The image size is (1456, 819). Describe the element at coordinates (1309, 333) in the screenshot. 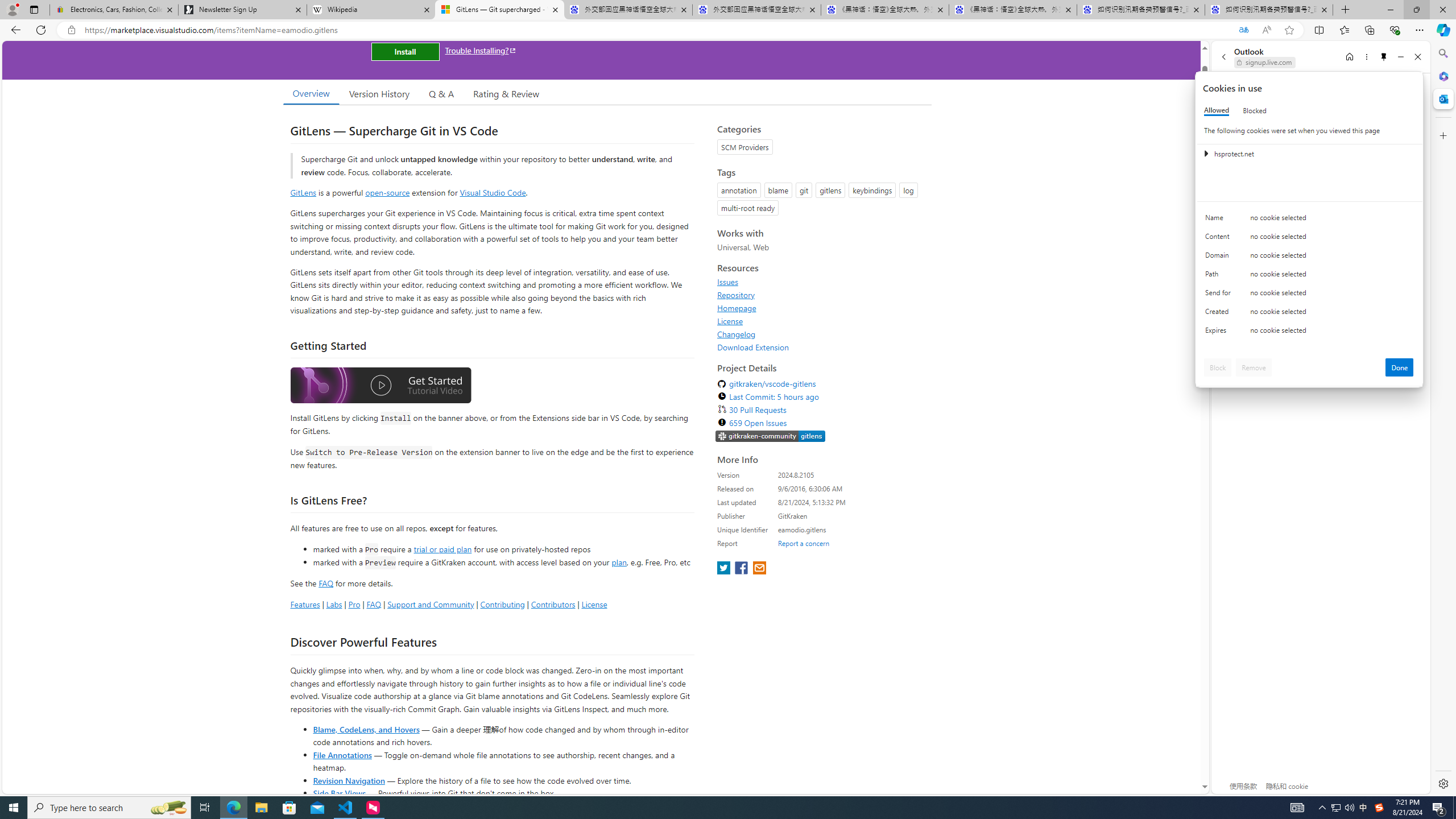

I see `'Class: c0153 c0157'` at that location.